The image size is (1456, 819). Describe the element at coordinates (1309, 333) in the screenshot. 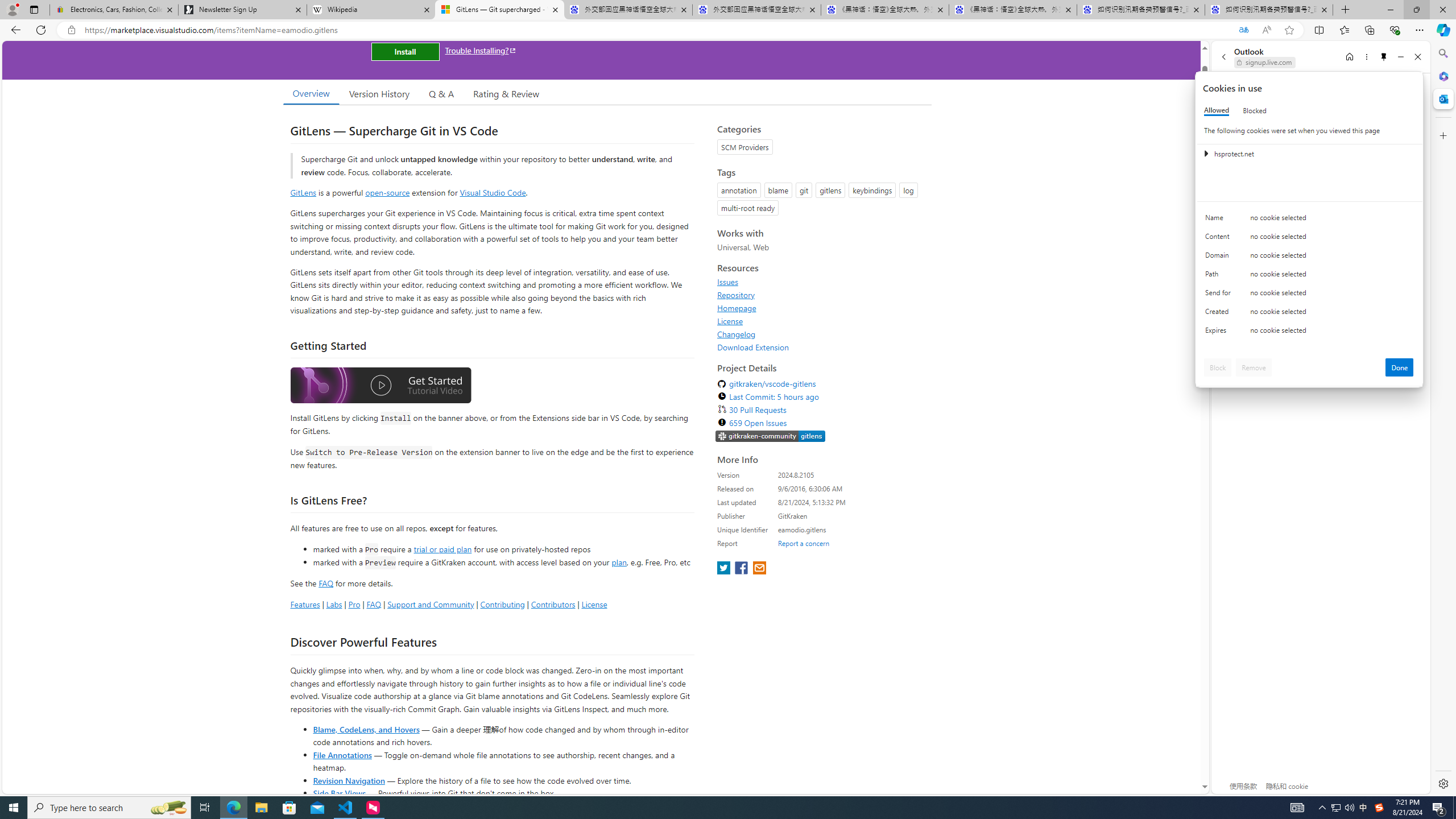

I see `'Class: c0153 c0157'` at that location.